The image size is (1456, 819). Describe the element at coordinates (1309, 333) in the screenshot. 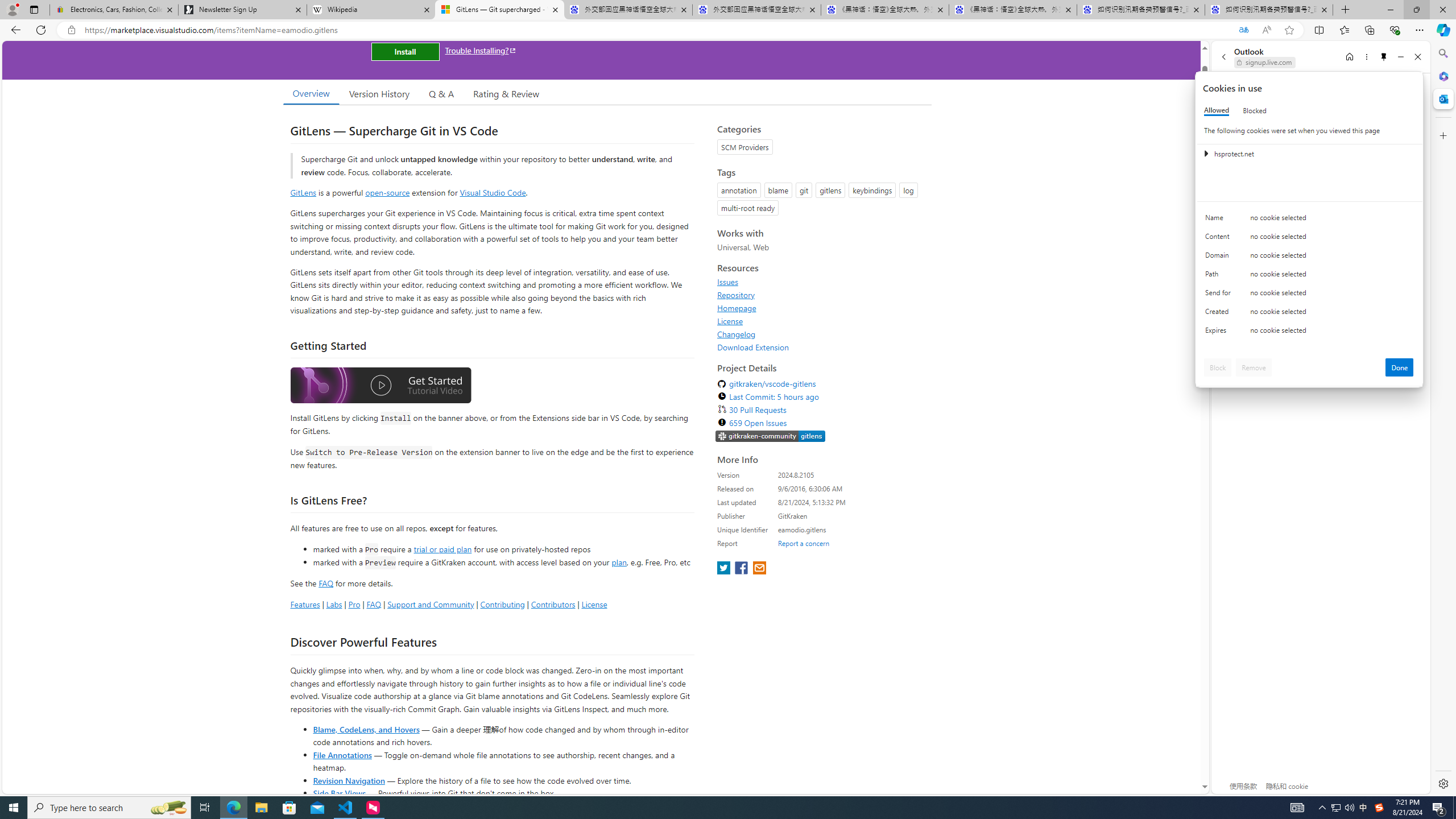

I see `'Class: c0153 c0157'` at that location.